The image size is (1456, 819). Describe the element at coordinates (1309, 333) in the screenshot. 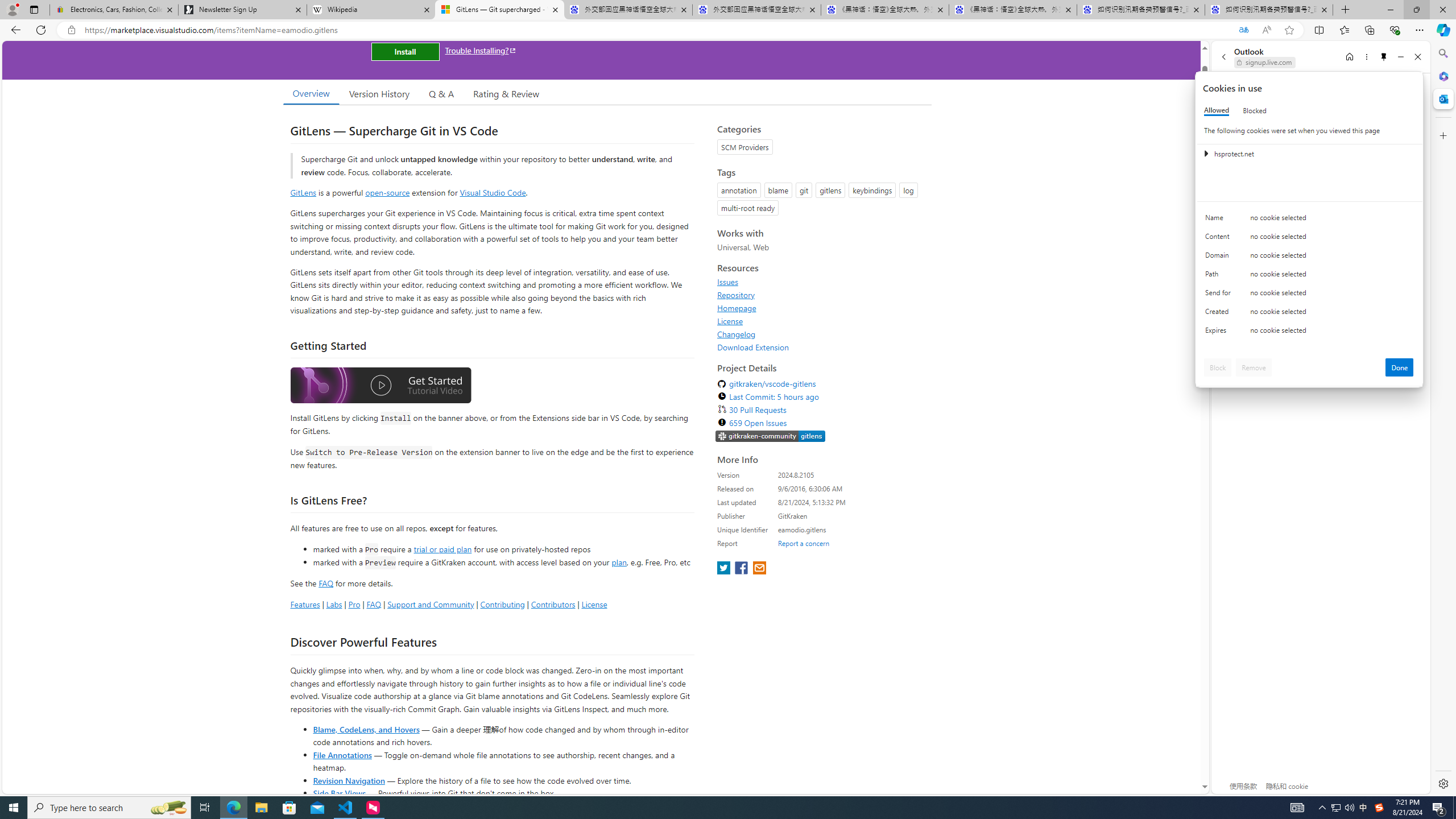

I see `'Class: c0153 c0157'` at that location.